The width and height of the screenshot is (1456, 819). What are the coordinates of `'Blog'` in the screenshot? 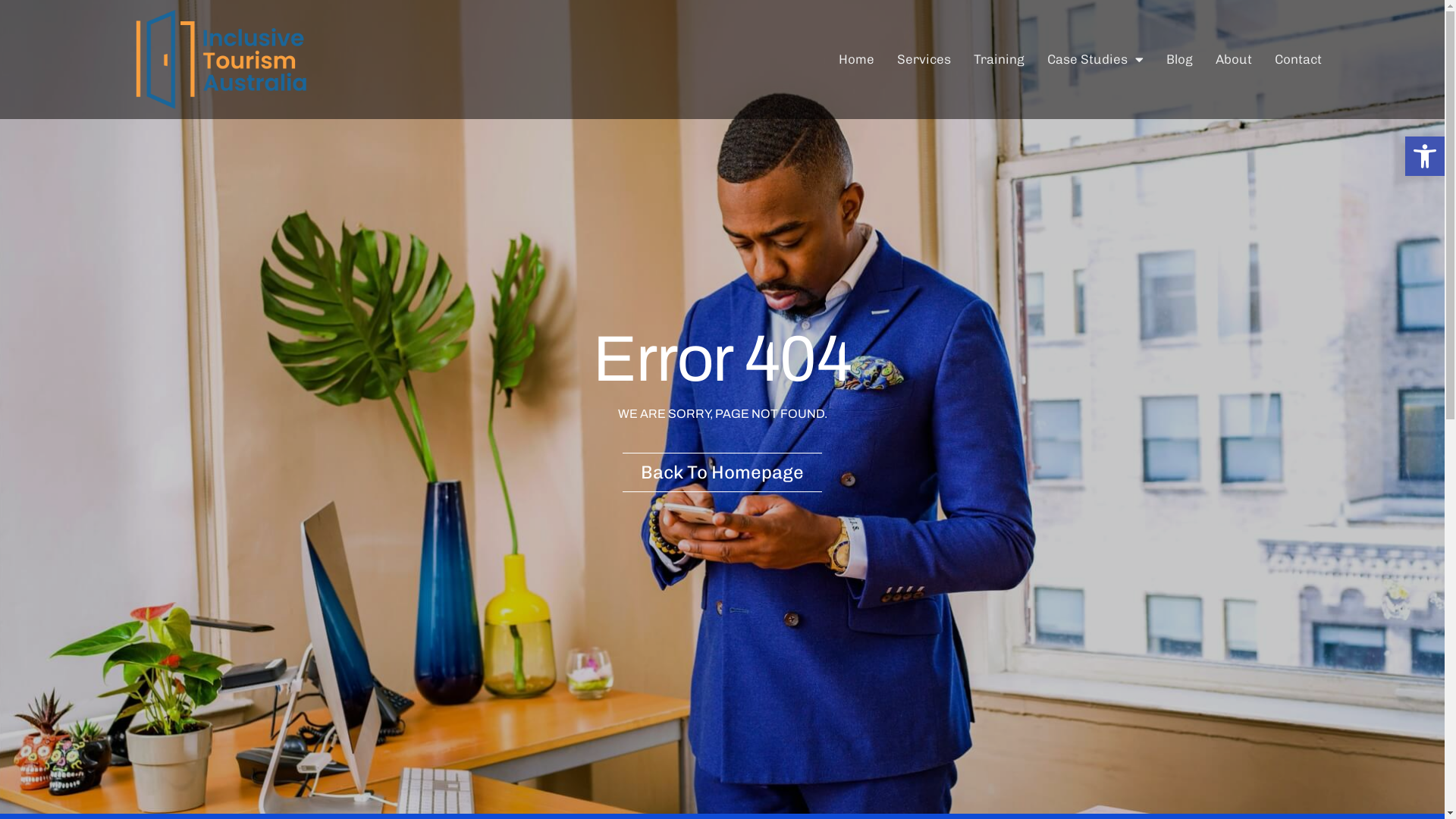 It's located at (1178, 58).